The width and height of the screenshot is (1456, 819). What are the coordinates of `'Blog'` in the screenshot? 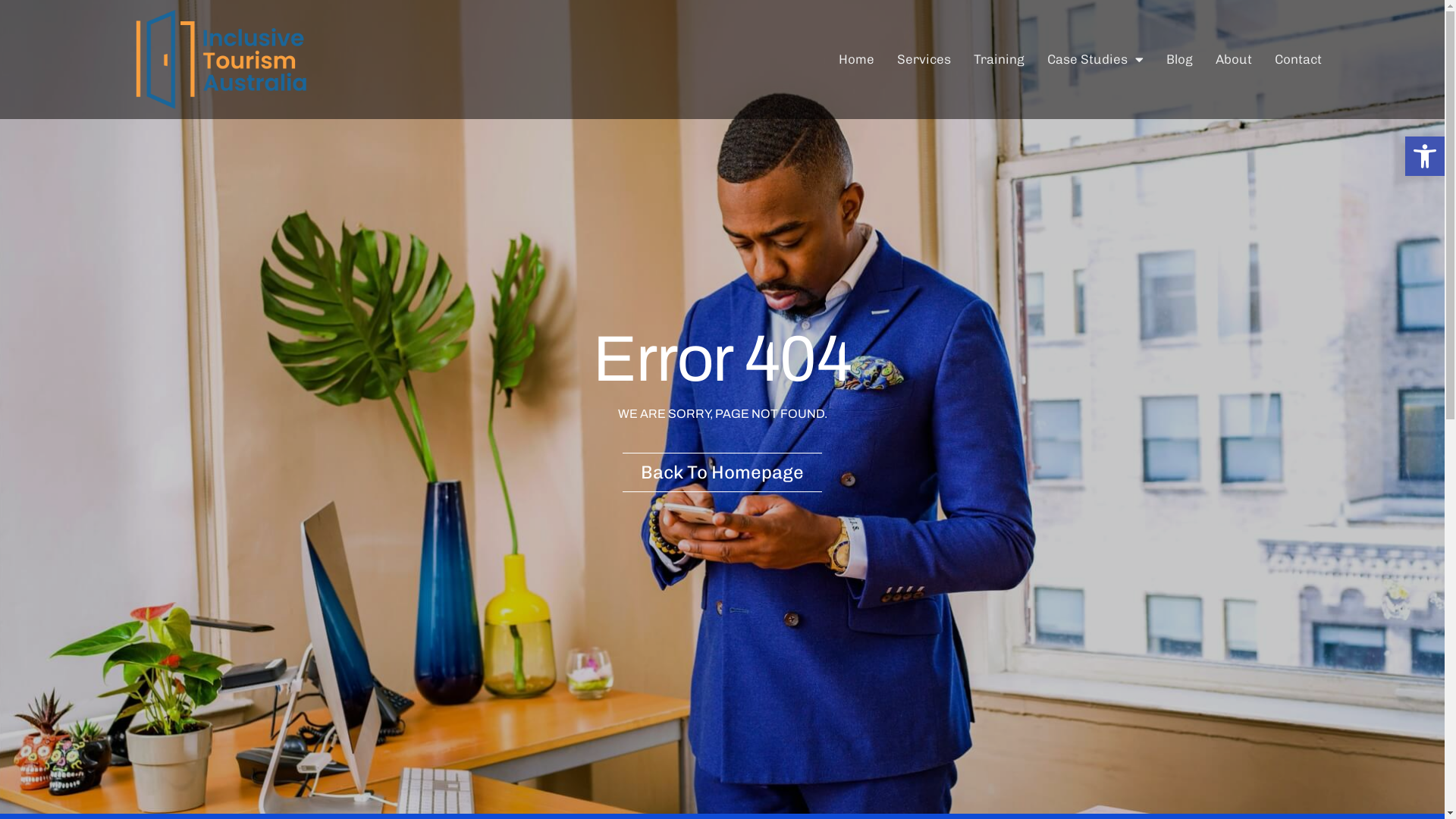 It's located at (1178, 58).